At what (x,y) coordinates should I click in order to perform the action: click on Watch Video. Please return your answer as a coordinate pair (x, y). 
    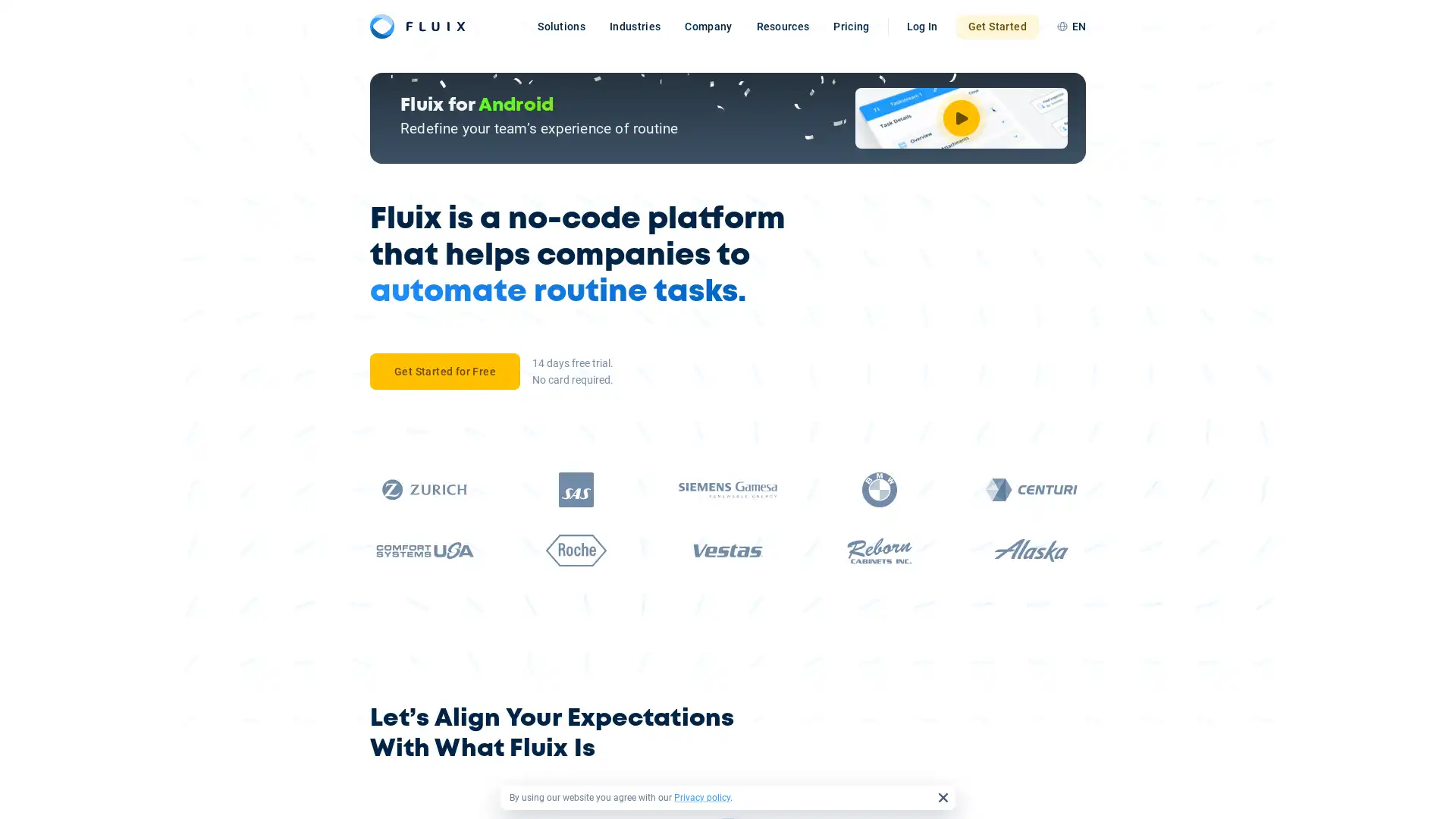
    Looking at the image, I should click on (960, 117).